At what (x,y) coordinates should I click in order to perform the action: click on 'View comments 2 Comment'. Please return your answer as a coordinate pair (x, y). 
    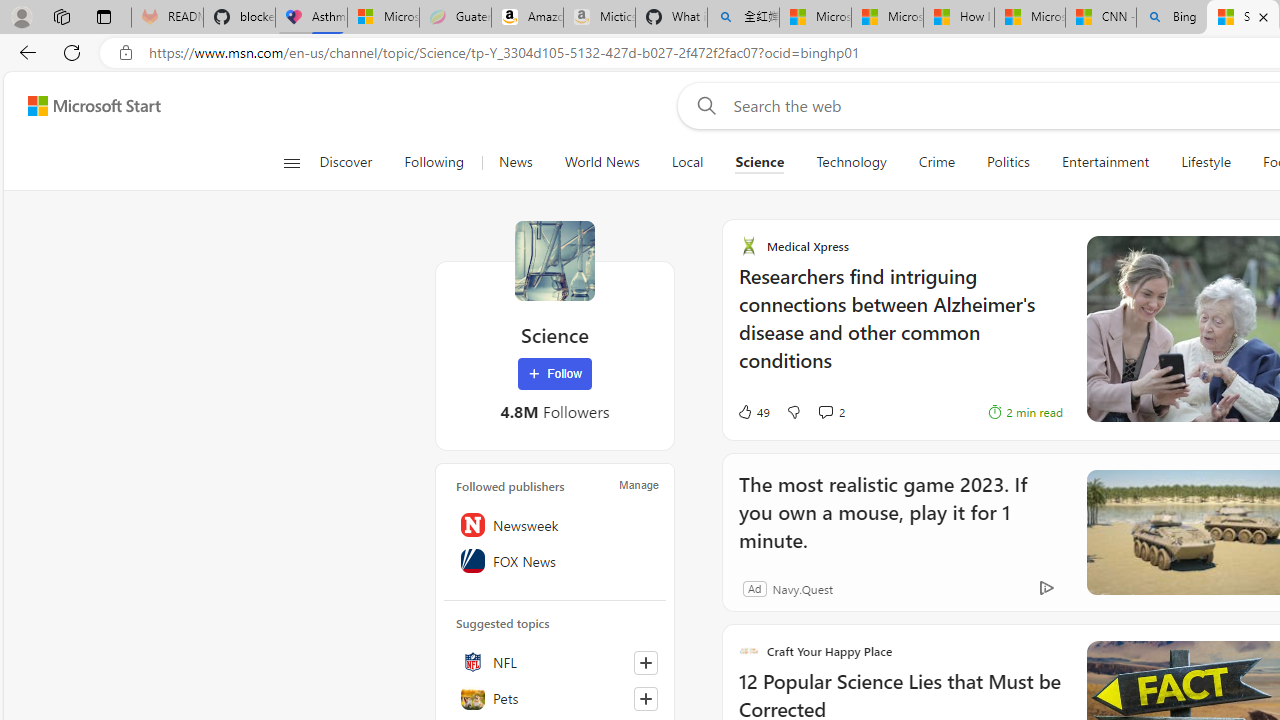
    Looking at the image, I should click on (825, 410).